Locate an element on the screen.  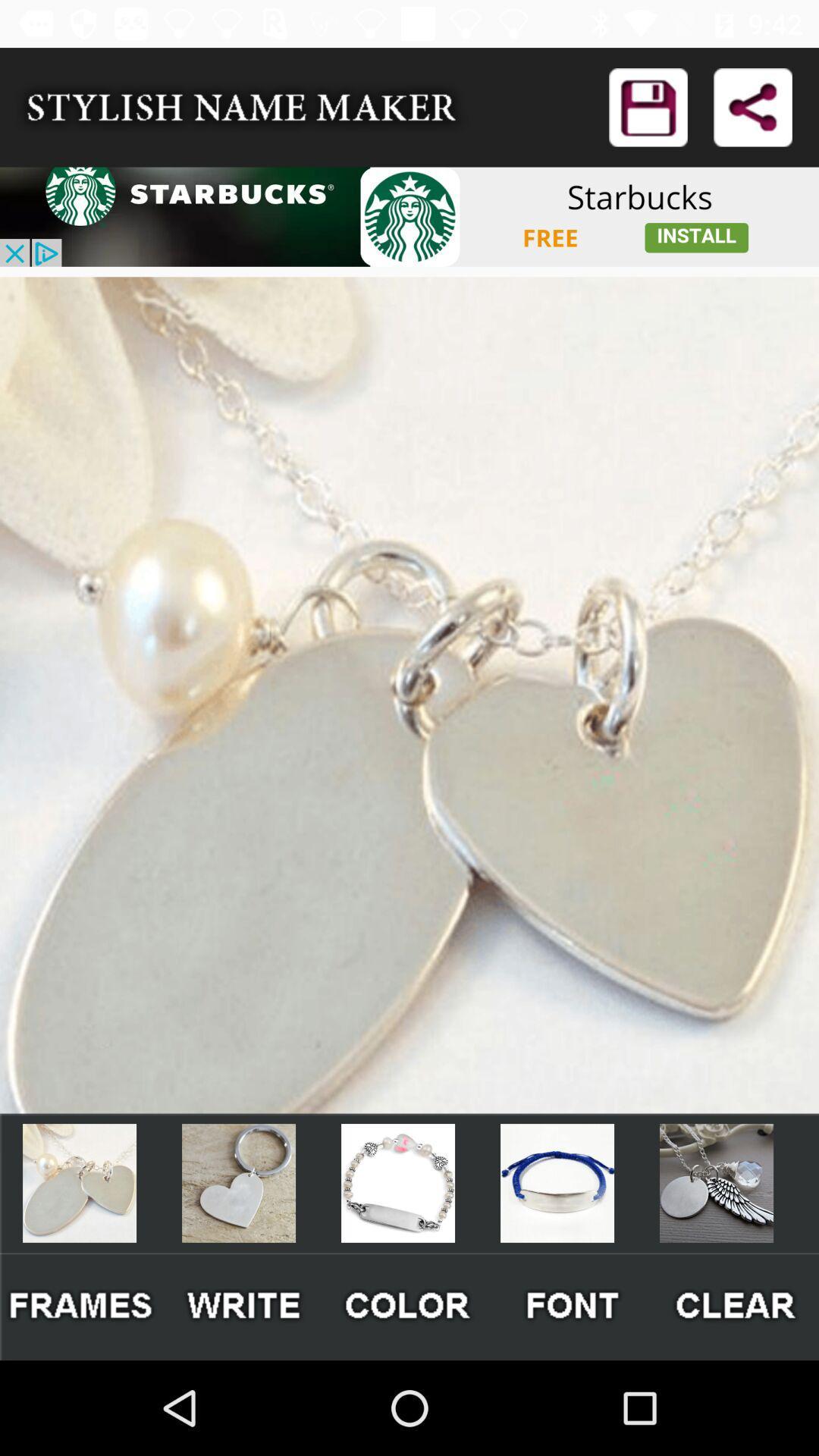
the share icon is located at coordinates (752, 106).